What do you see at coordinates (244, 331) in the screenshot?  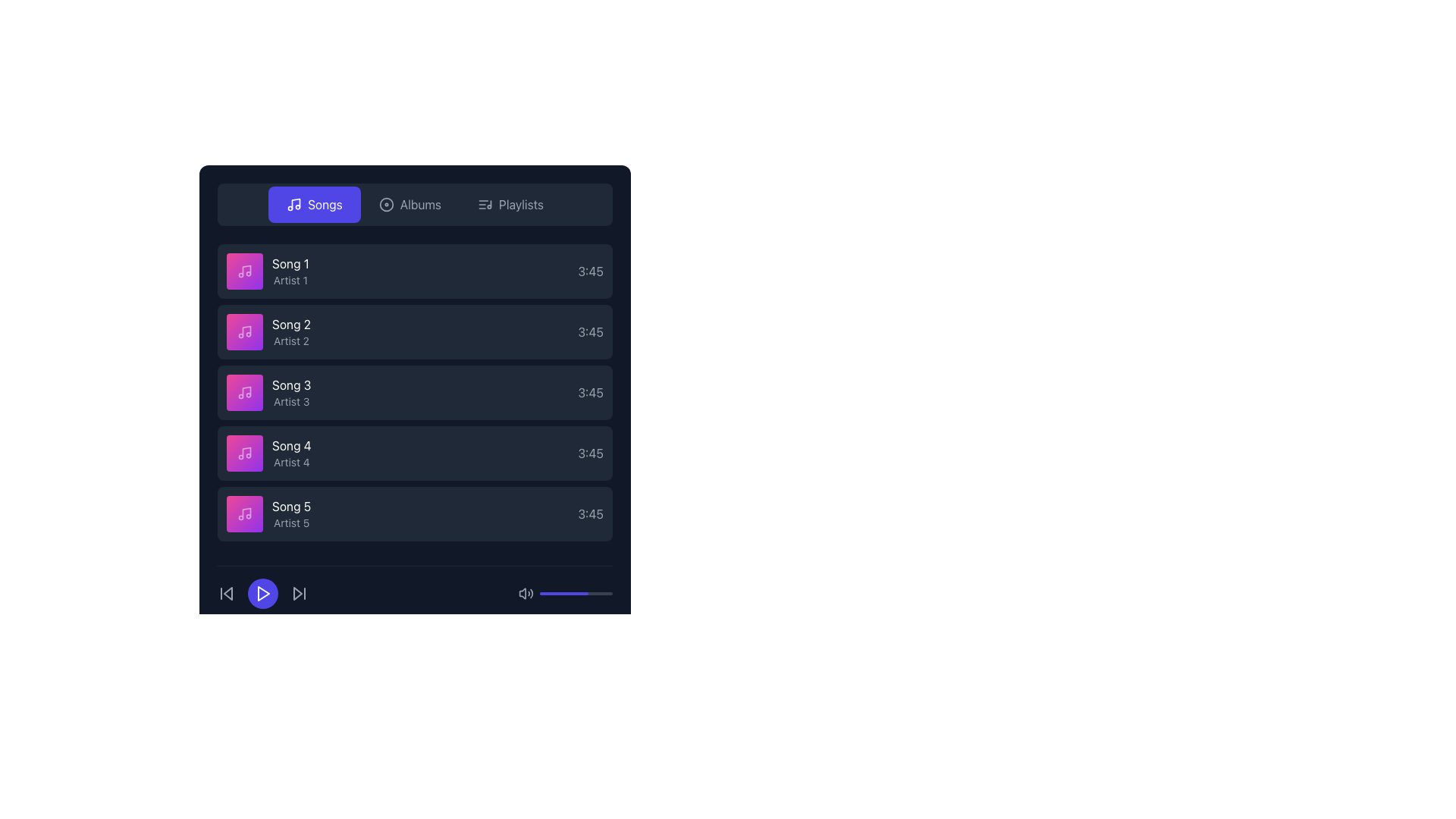 I see `the icon for the song 'Song 2', located to the left of the text 'Song 2' and 'Artist 2' in the vertically-listed song list` at bounding box center [244, 331].